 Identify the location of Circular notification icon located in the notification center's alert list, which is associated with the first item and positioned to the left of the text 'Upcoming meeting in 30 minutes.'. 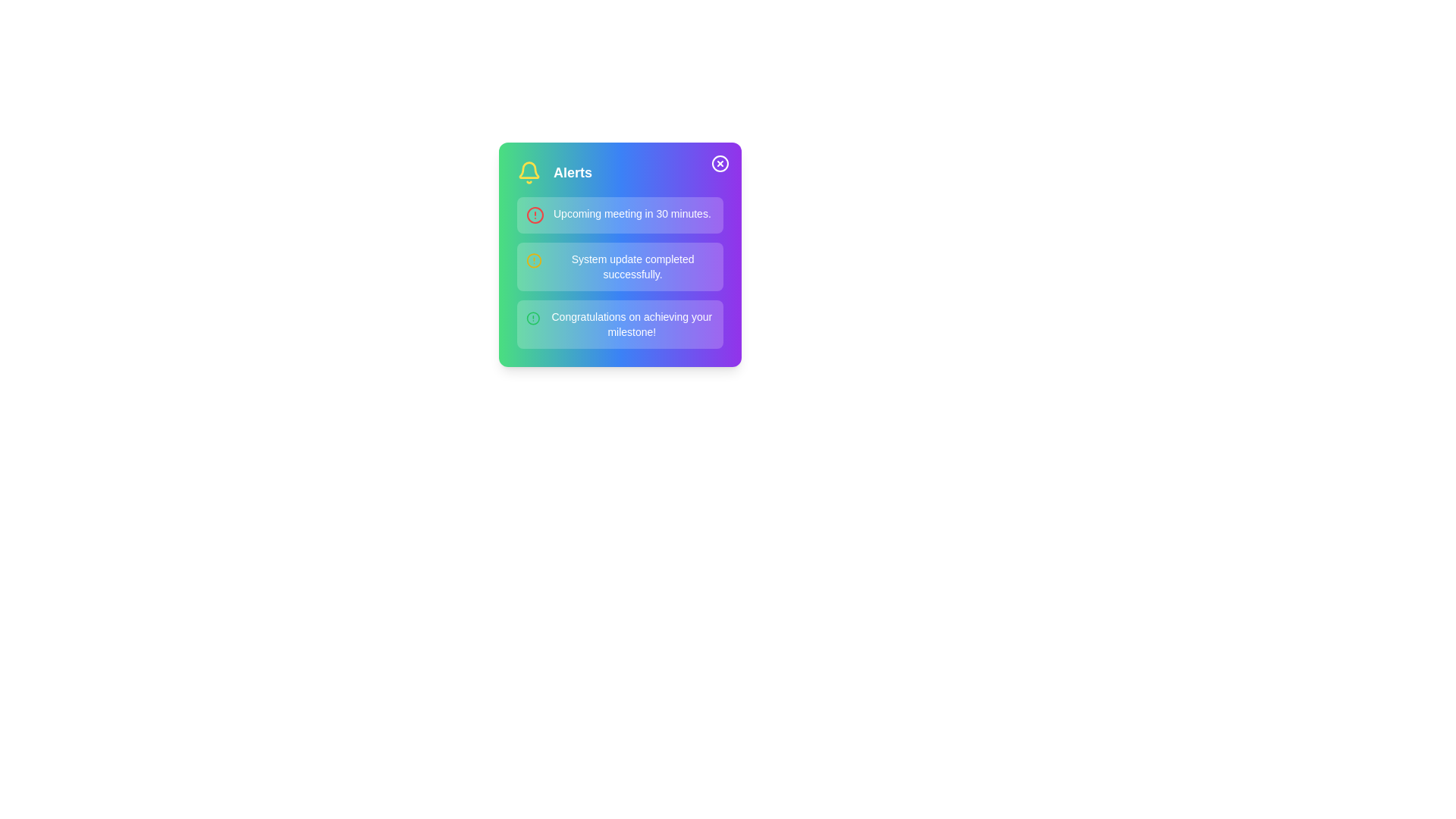
(535, 215).